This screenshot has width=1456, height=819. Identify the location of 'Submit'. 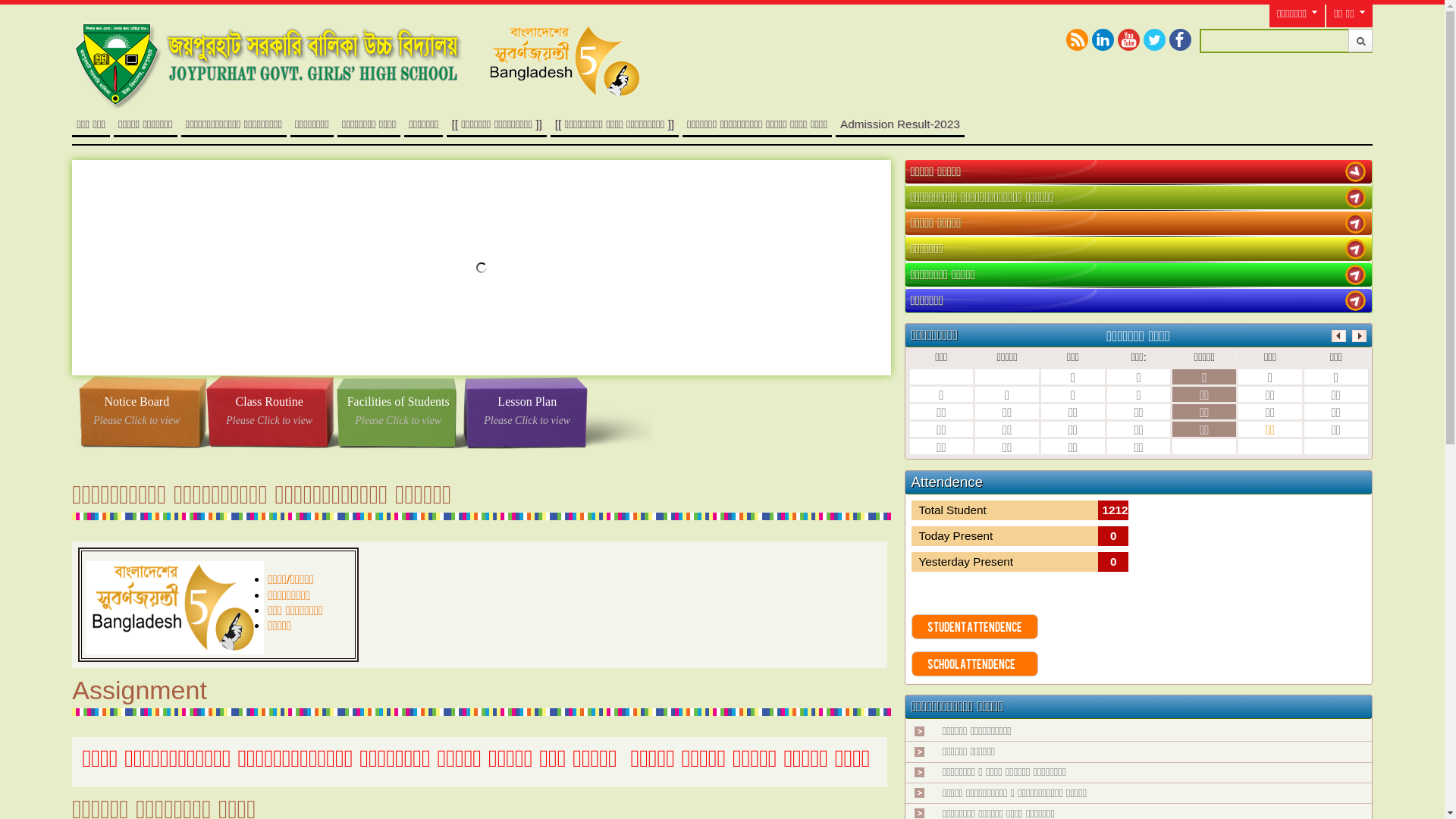
(1360, 39).